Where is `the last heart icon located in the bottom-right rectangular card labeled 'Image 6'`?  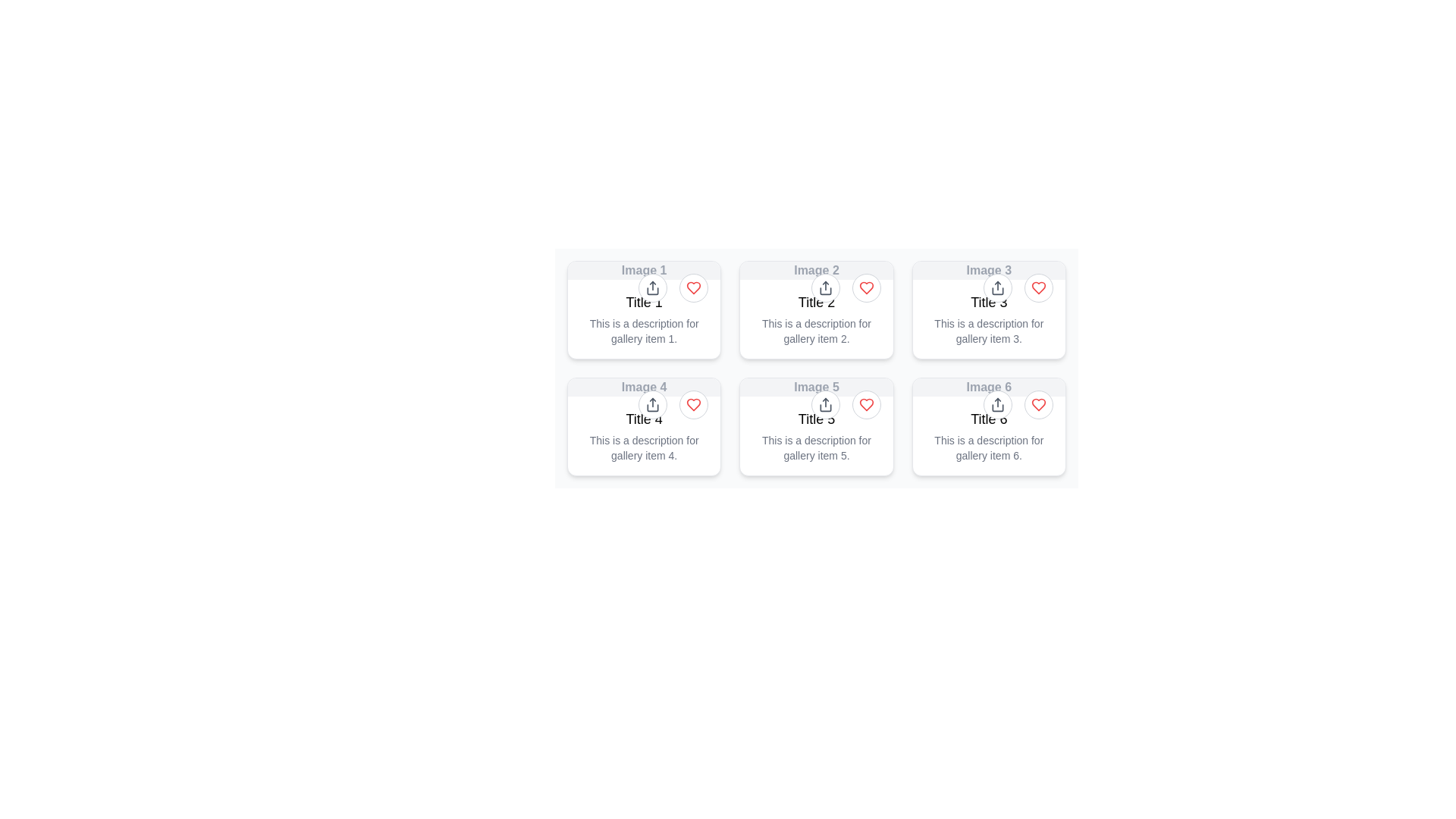
the last heart icon located in the bottom-right rectangular card labeled 'Image 6' is located at coordinates (1037, 403).